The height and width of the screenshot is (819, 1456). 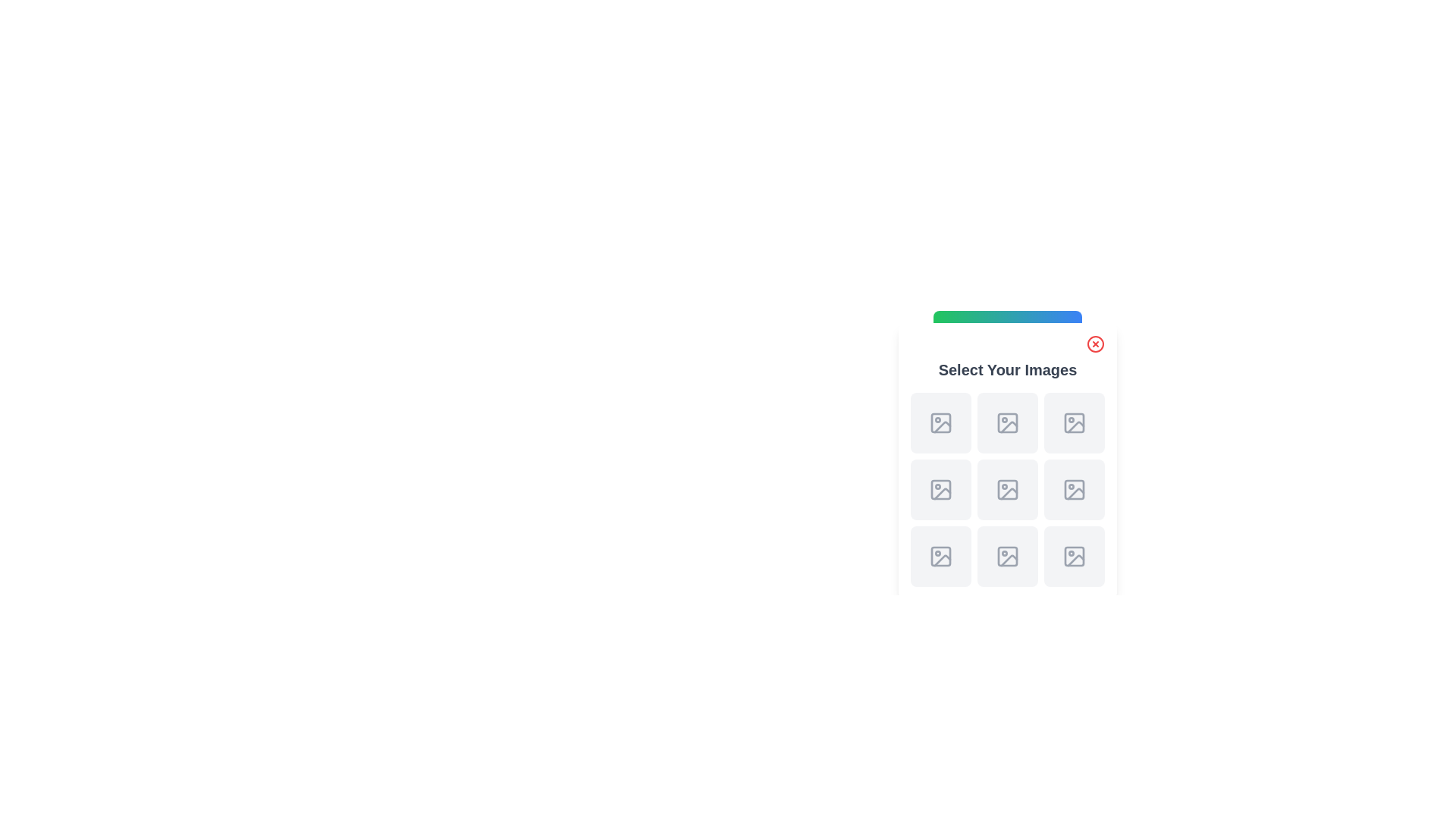 What do you see at coordinates (1008, 556) in the screenshot?
I see `the Icon component, which is a rectangular shape with rounded corners located at the bottom-right corner of the third row in a 3x3 grid layout` at bounding box center [1008, 556].